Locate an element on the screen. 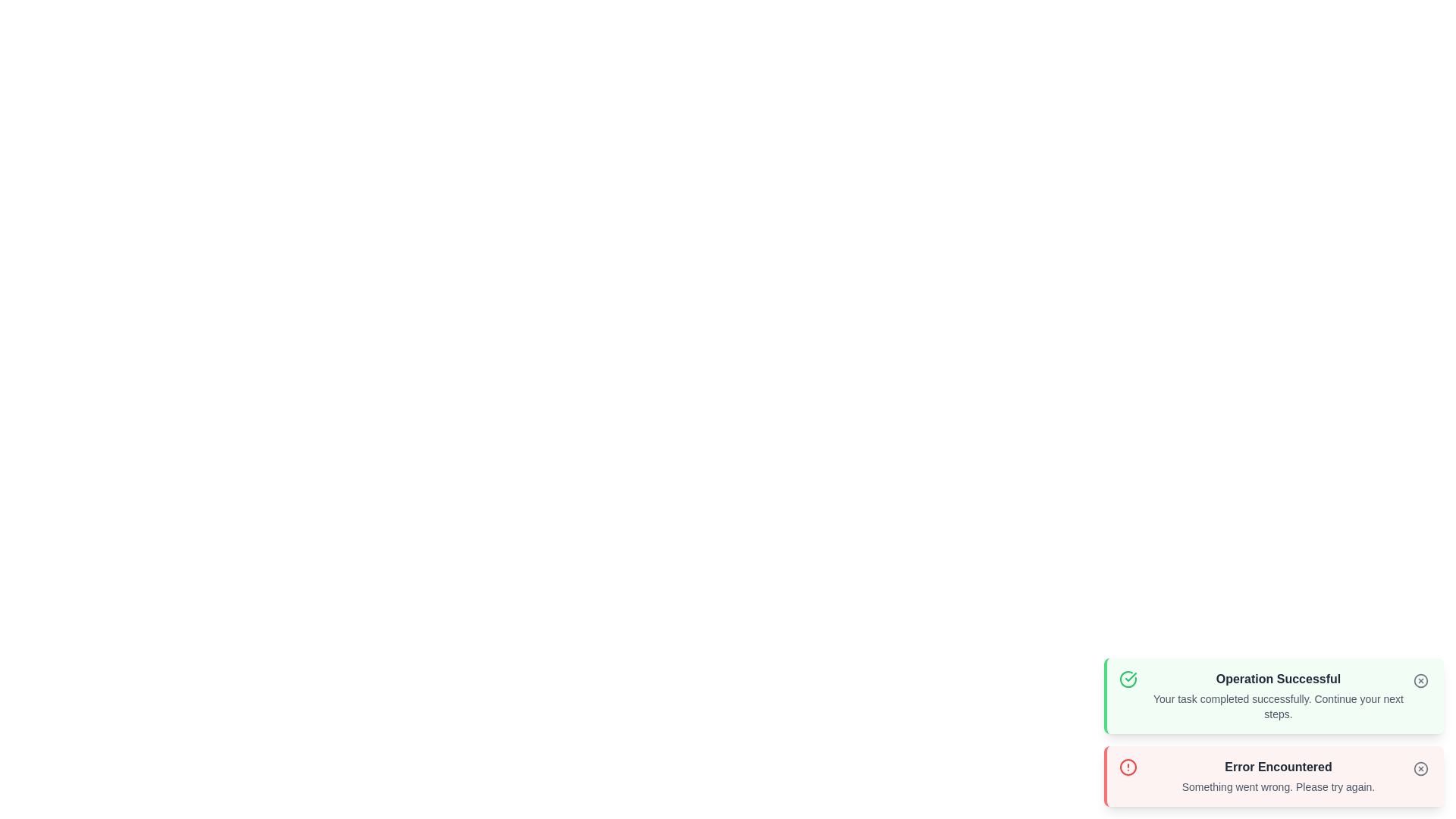 The height and width of the screenshot is (819, 1456). the text label displaying 'Something went wrong. Please try again.' which is styled for error messages and located beneath the 'Error Encountered' title is located at coordinates (1277, 786).